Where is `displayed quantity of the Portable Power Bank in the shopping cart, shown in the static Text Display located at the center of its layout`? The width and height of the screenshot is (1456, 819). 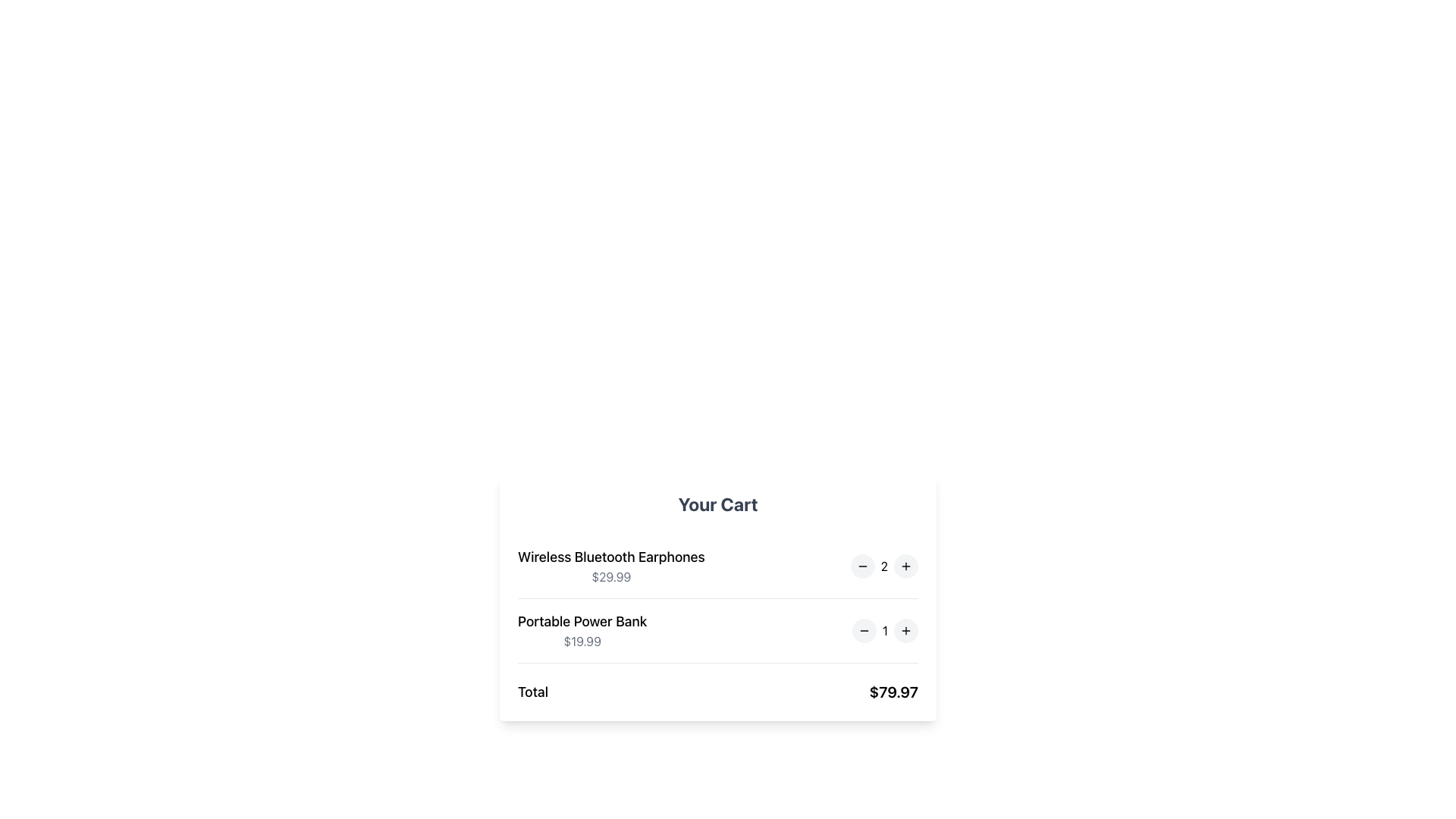 displayed quantity of the Portable Power Bank in the shopping cart, shown in the static Text Display located at the center of its layout is located at coordinates (885, 631).